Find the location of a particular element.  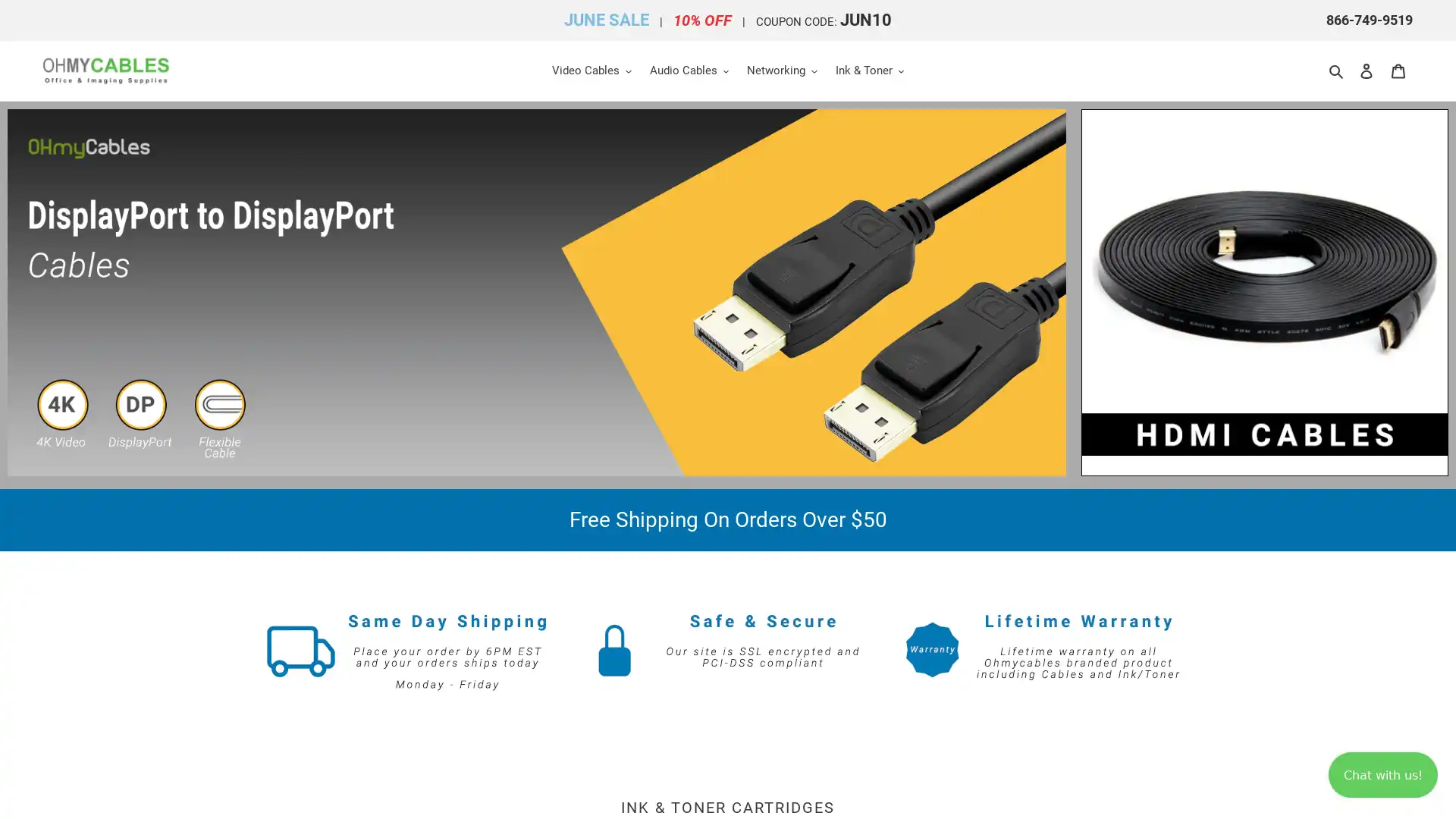

Ink & Toner is located at coordinates (869, 70).